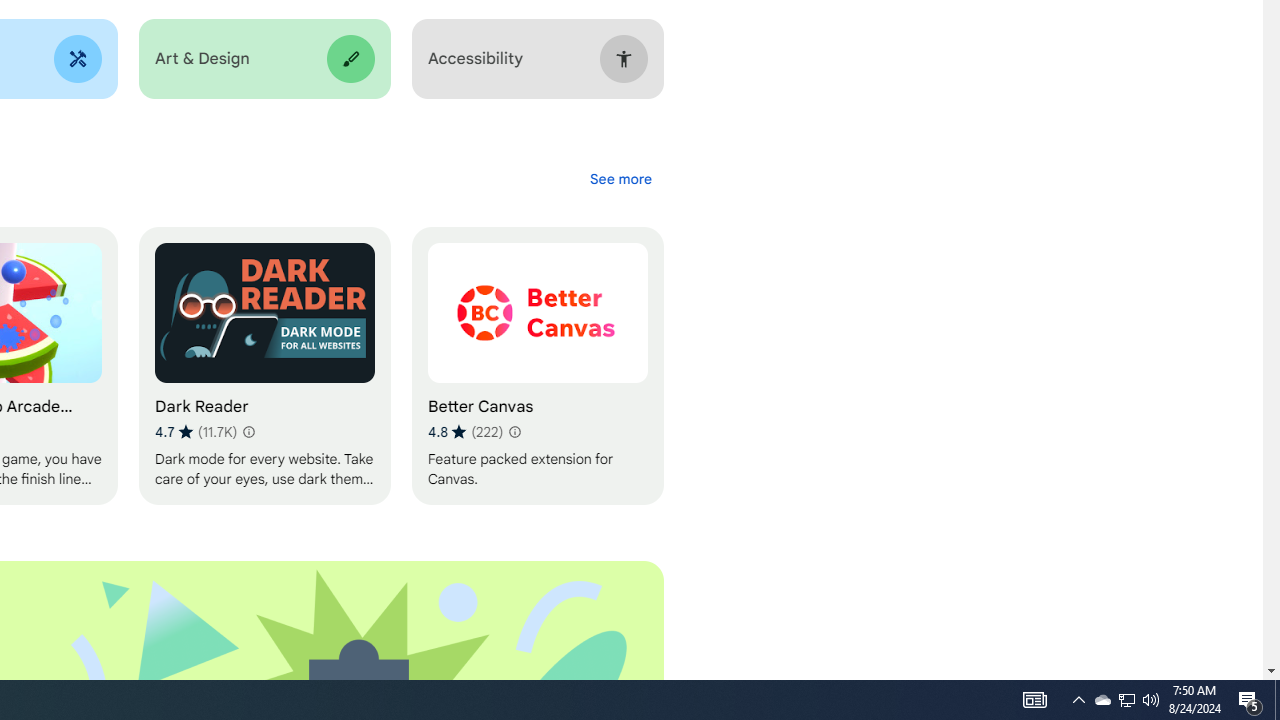 The height and width of the screenshot is (720, 1280). I want to click on 'Art & Design', so click(263, 58).